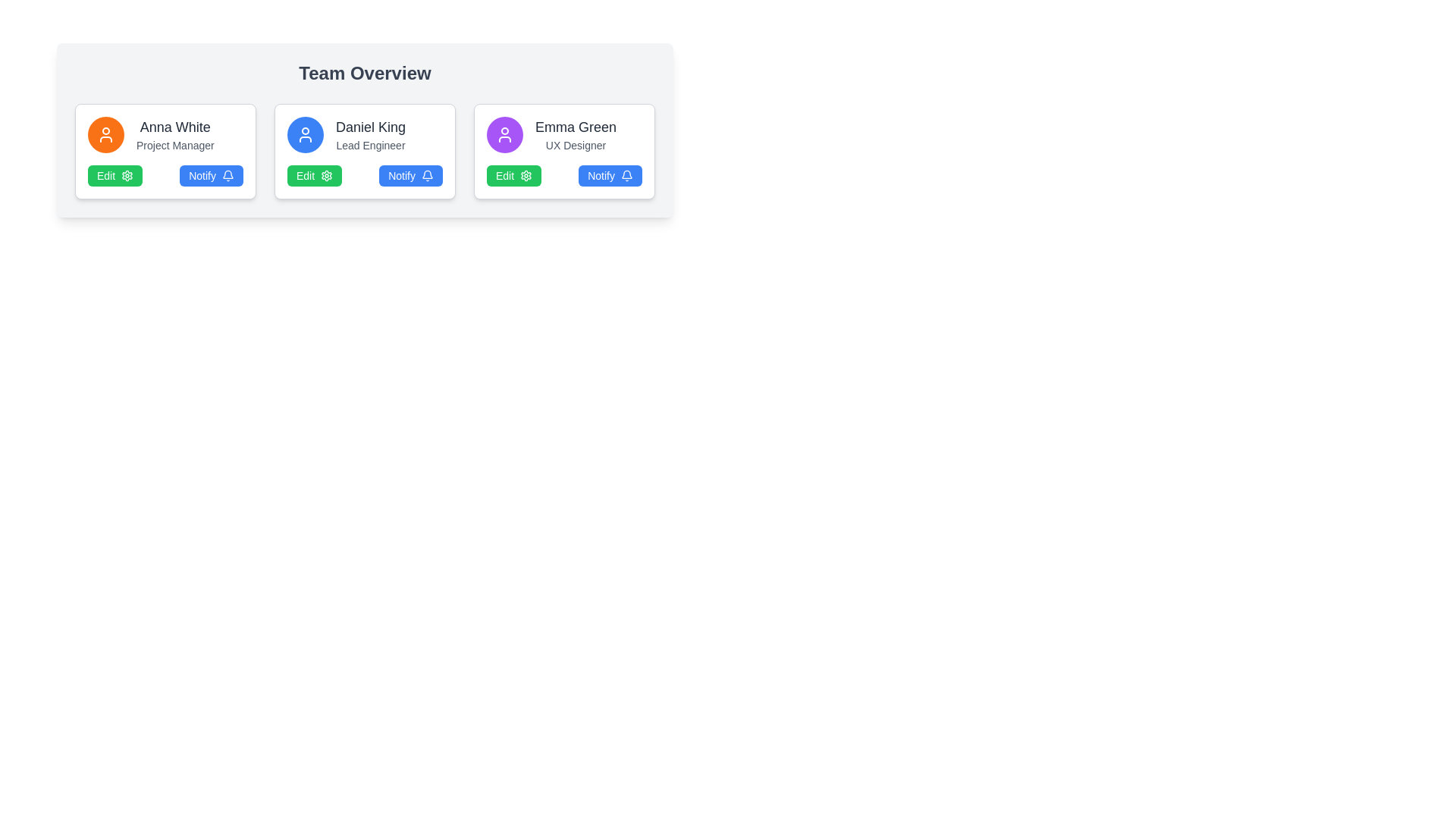  What do you see at coordinates (165, 133) in the screenshot?
I see `text label indicating 'Anna White' and role 'Project Manager' located in the upper-left card of the team member profiles grid, directly above the 'Edit' and 'Notify' buttons` at bounding box center [165, 133].